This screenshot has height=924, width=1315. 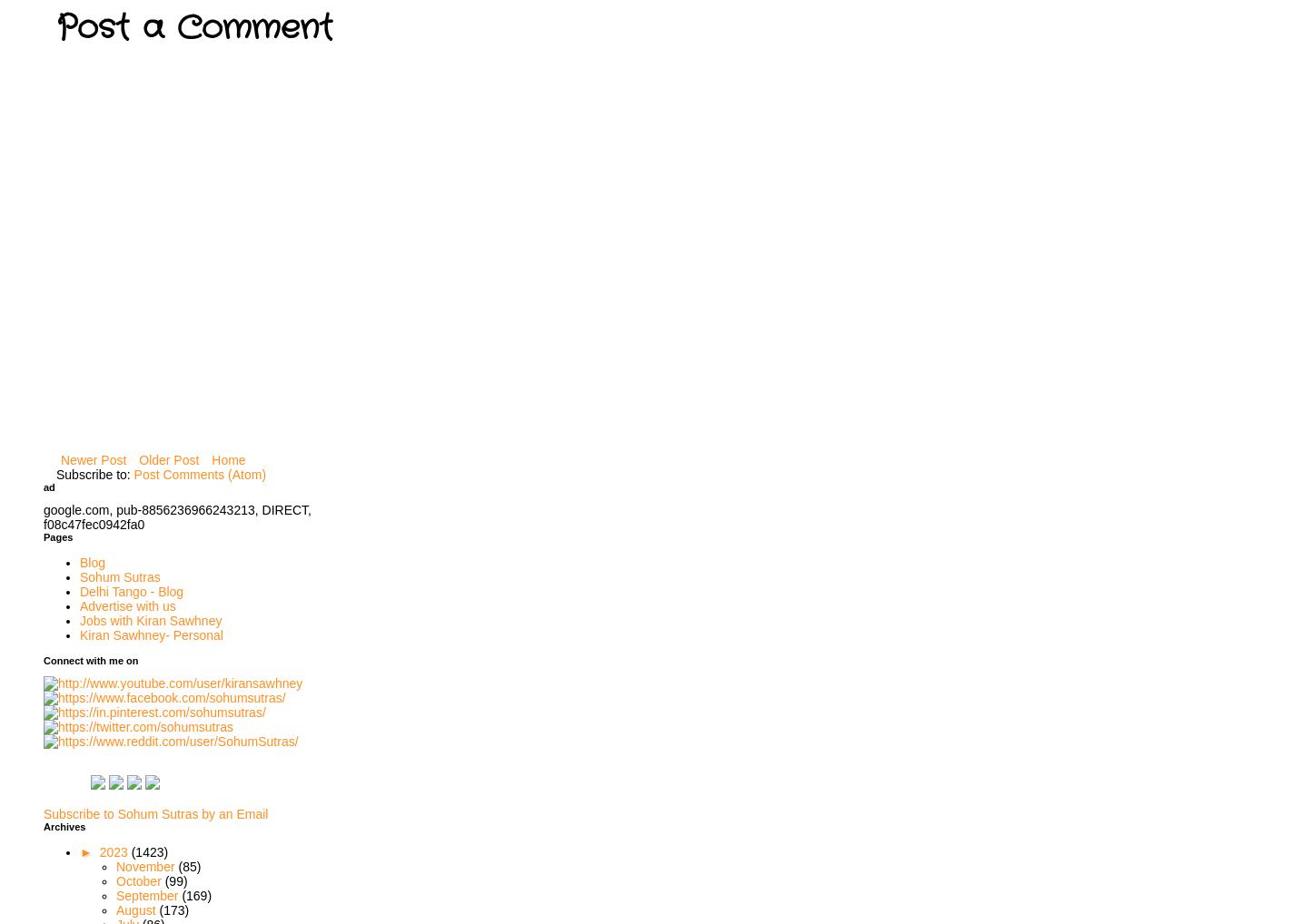 What do you see at coordinates (228, 459) in the screenshot?
I see `'Home'` at bounding box center [228, 459].